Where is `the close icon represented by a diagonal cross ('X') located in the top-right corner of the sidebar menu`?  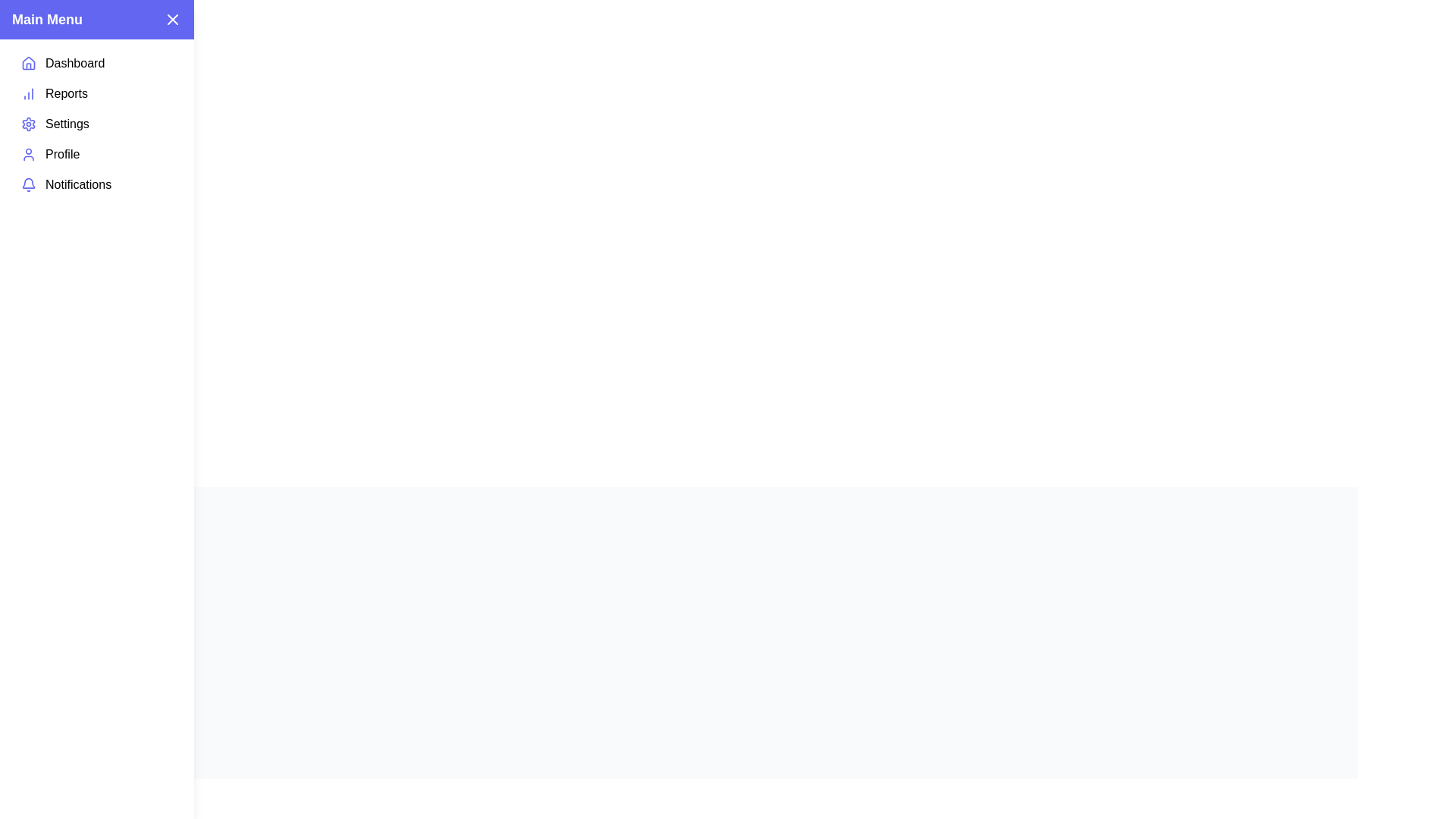 the close icon represented by a diagonal cross ('X') located in the top-right corner of the sidebar menu is located at coordinates (172, 20).